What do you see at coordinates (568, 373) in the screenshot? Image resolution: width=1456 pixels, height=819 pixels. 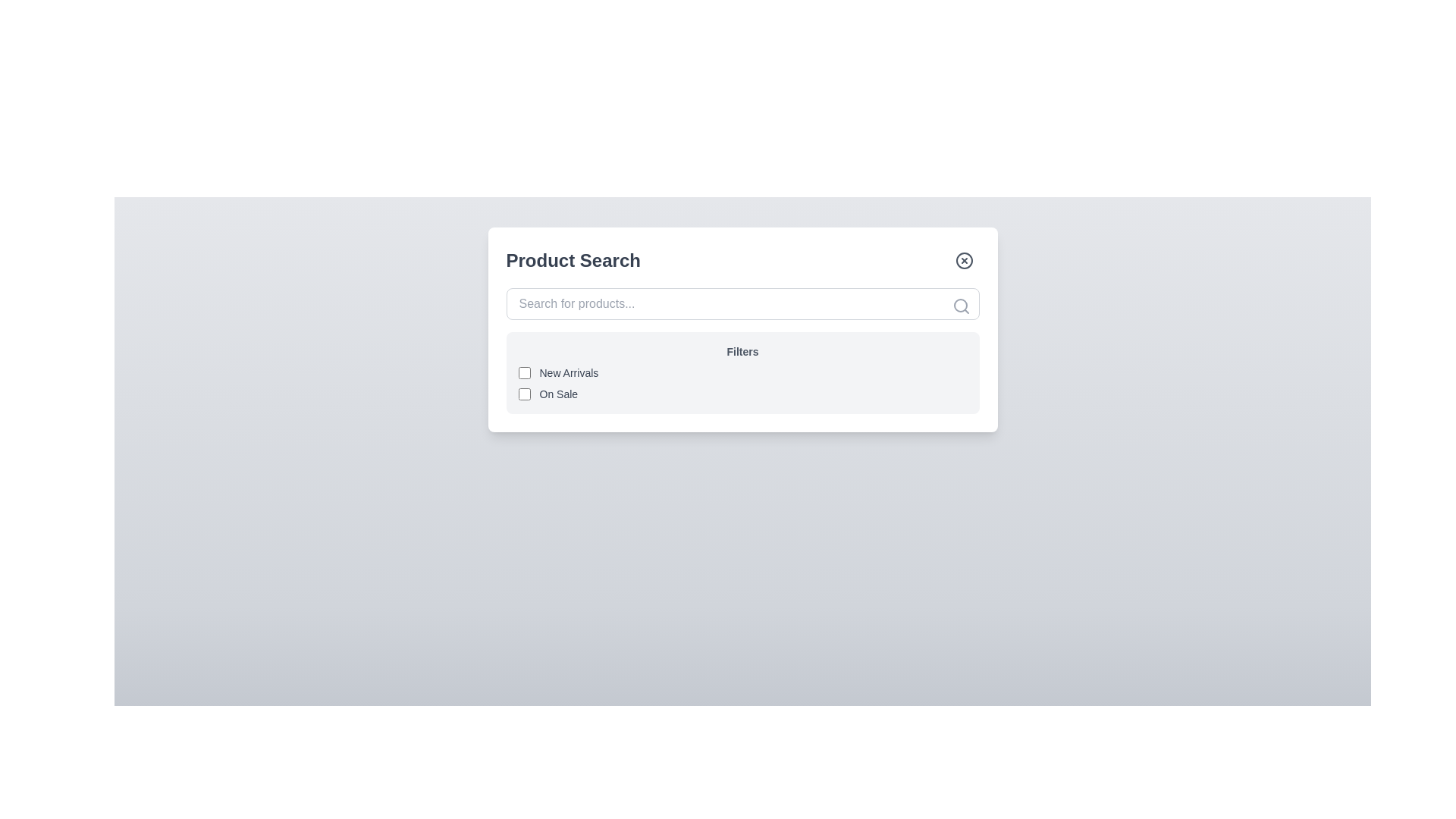 I see `the 'New Arrivals' text label located to the immediate right of the associated checkbox in the 'Filters' section` at bounding box center [568, 373].